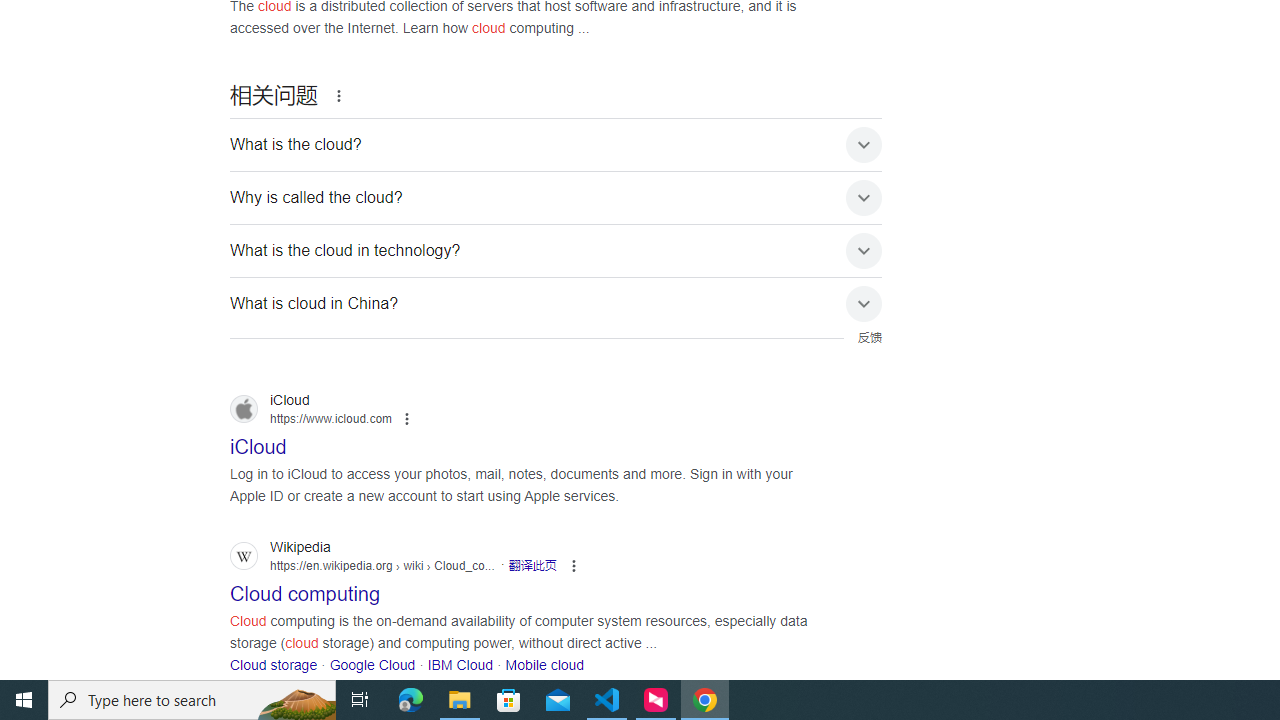 The height and width of the screenshot is (720, 1280). Describe the element at coordinates (459, 665) in the screenshot. I see `'IBM Cloud'` at that location.